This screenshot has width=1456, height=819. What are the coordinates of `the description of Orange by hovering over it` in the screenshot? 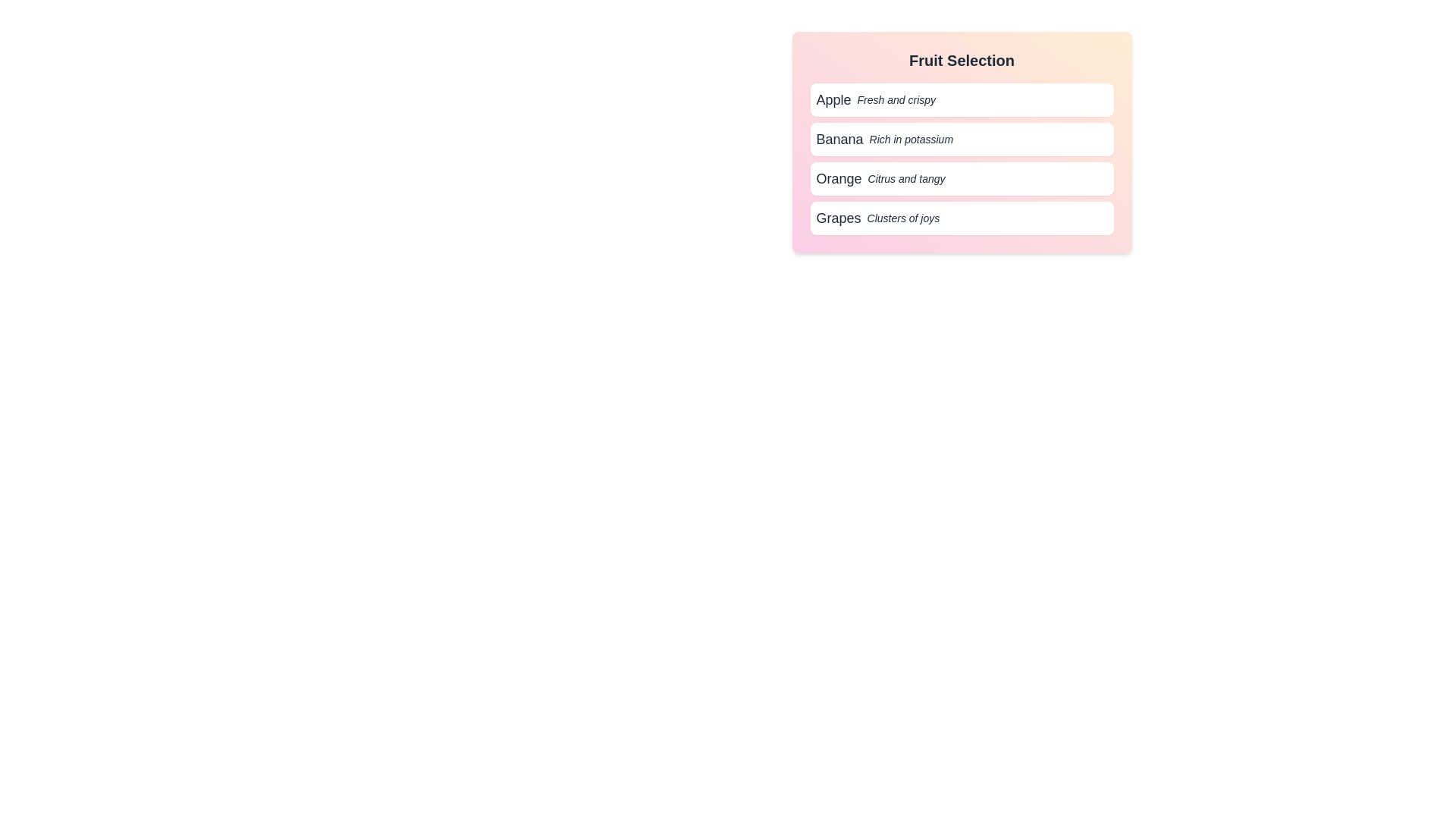 It's located at (961, 177).